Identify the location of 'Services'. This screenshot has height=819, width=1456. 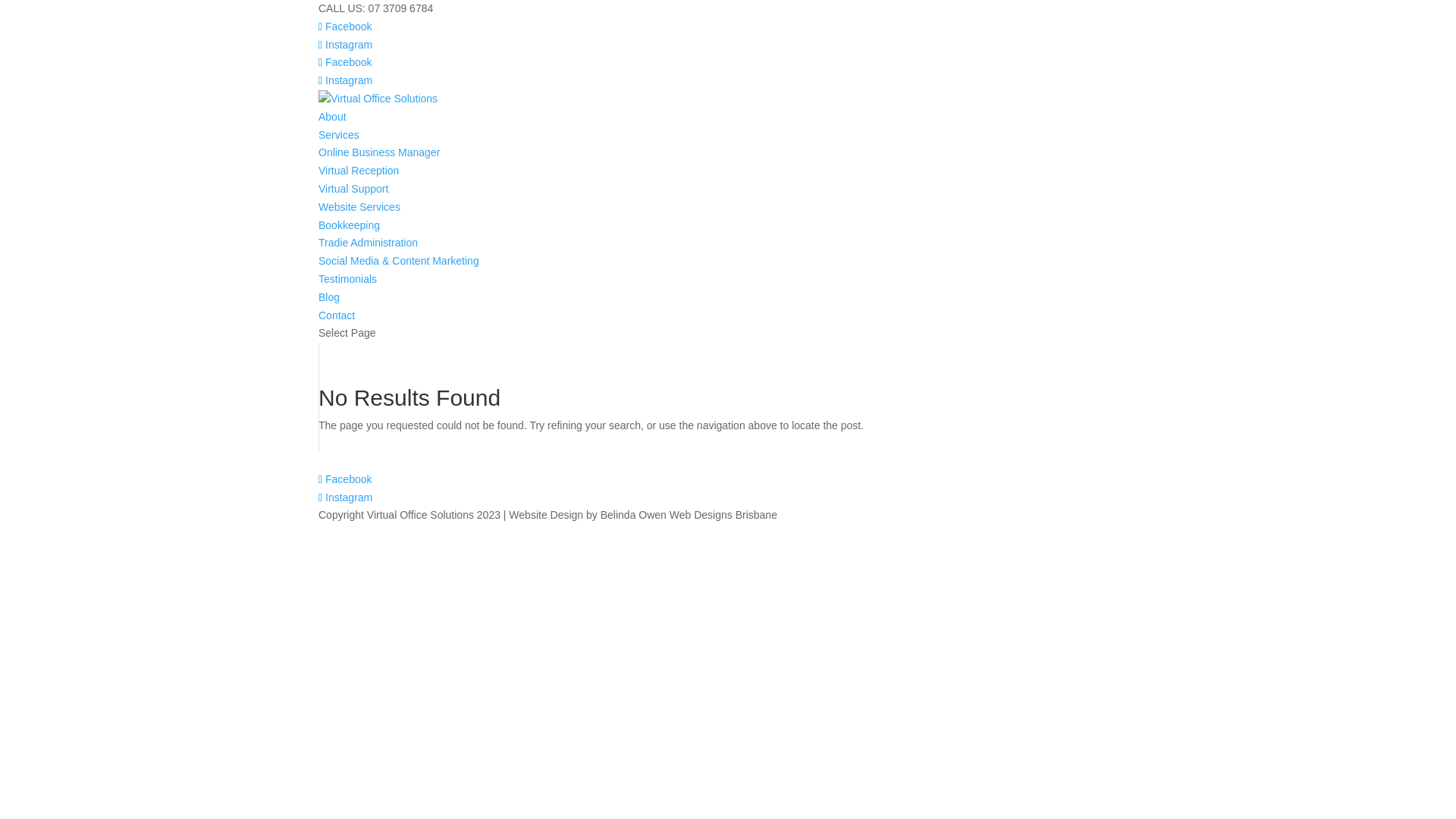
(337, 133).